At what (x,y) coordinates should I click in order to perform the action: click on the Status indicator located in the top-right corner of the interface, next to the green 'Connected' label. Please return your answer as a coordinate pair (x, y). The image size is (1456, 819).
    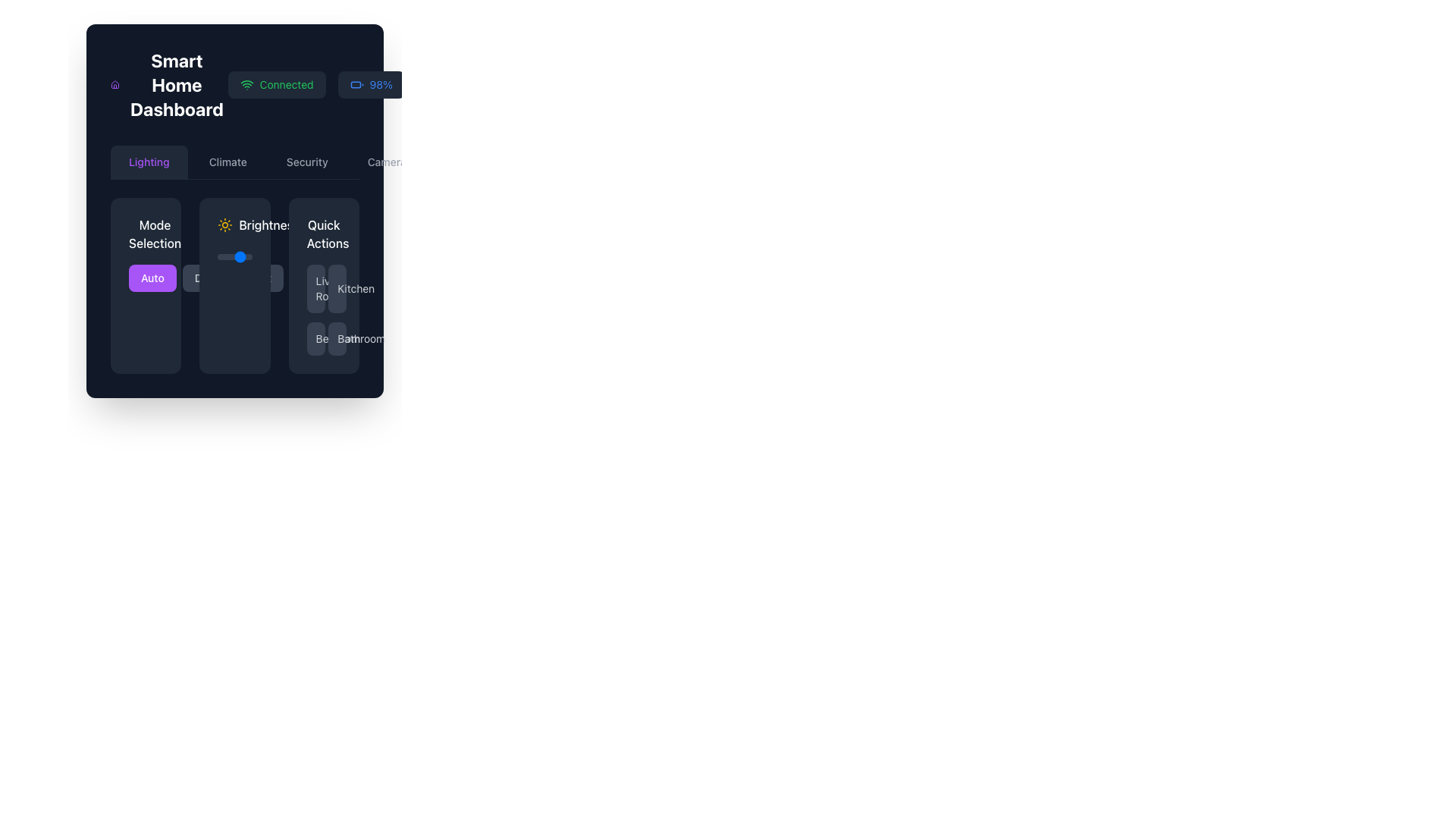
    Looking at the image, I should click on (371, 84).